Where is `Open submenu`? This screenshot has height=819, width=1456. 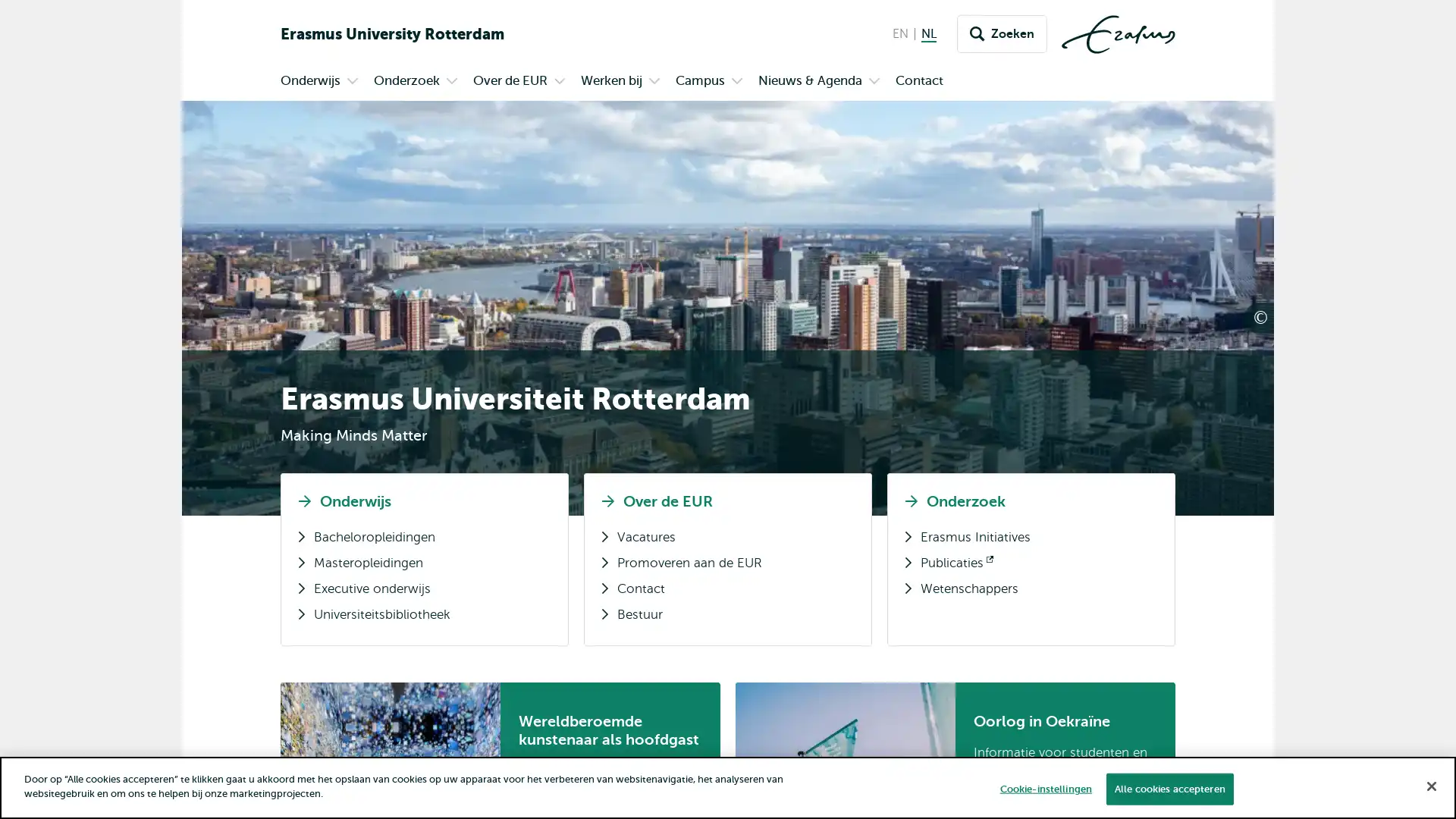 Open submenu is located at coordinates (874, 82).